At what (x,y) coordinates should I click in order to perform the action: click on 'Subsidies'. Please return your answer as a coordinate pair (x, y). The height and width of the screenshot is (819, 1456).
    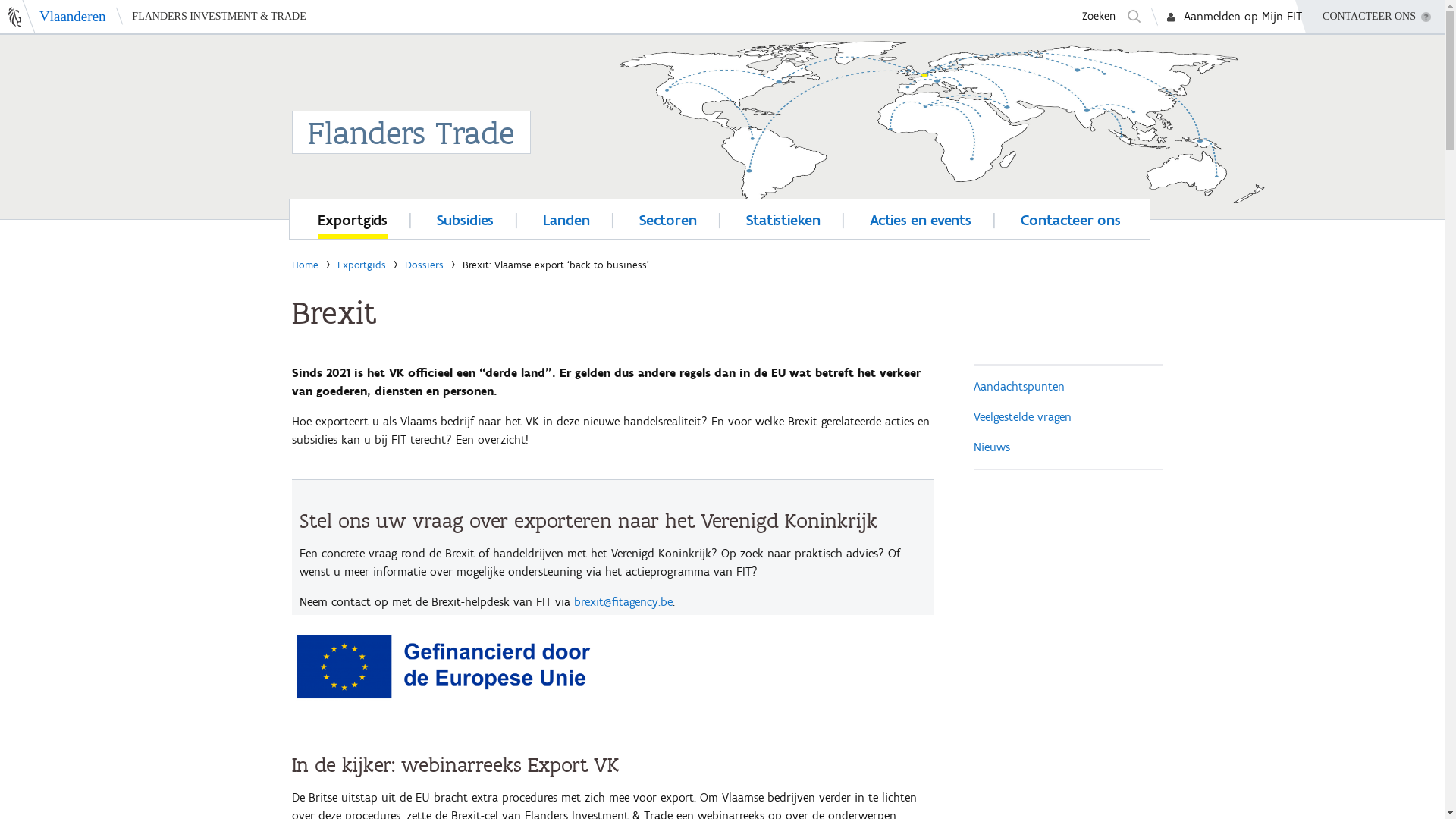
    Looking at the image, I should click on (464, 217).